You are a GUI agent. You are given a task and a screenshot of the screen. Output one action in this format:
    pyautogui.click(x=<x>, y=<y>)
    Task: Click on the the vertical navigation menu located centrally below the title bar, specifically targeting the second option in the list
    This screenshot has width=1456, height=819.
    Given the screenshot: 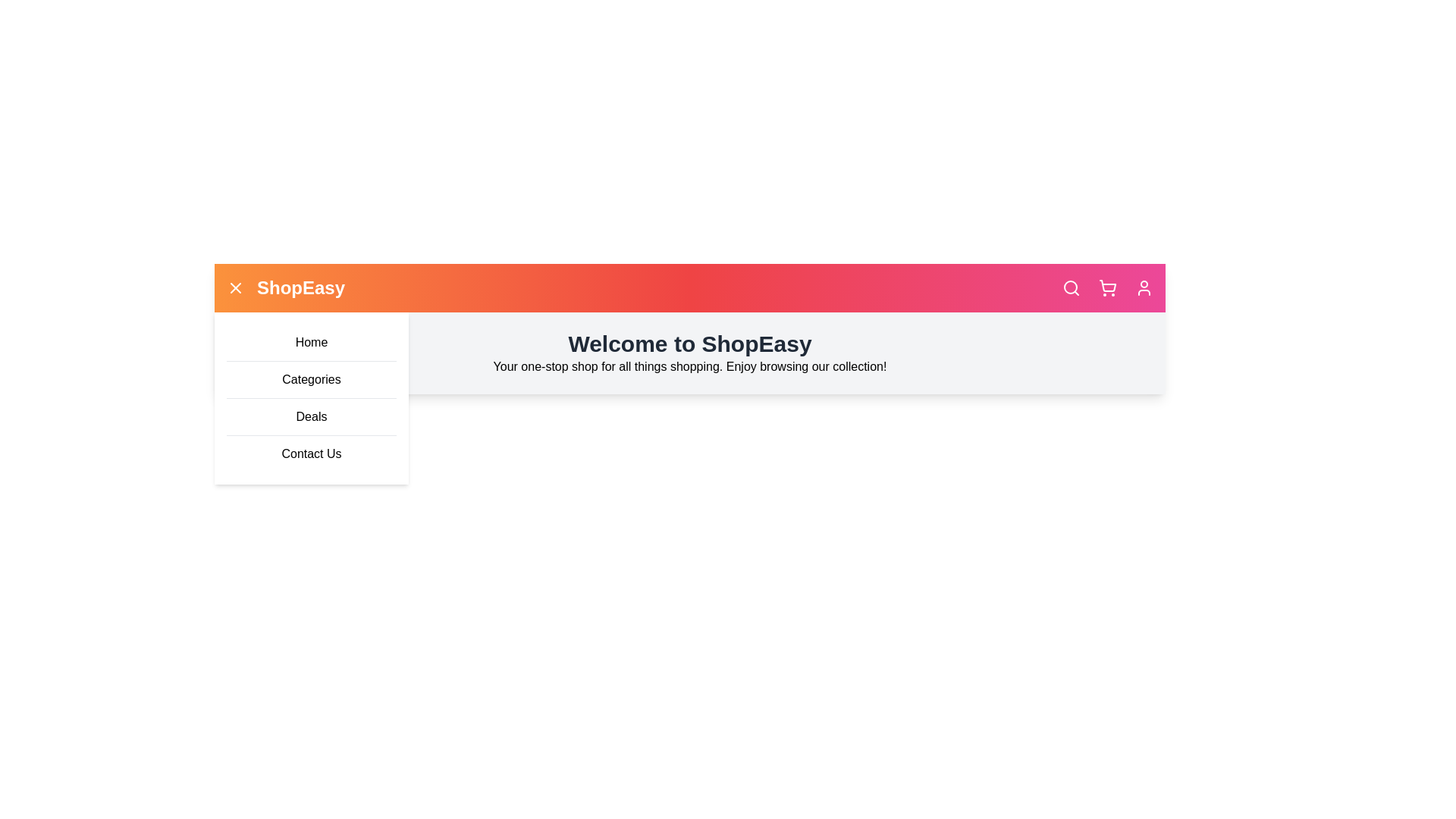 What is the action you would take?
    pyautogui.click(x=311, y=397)
    